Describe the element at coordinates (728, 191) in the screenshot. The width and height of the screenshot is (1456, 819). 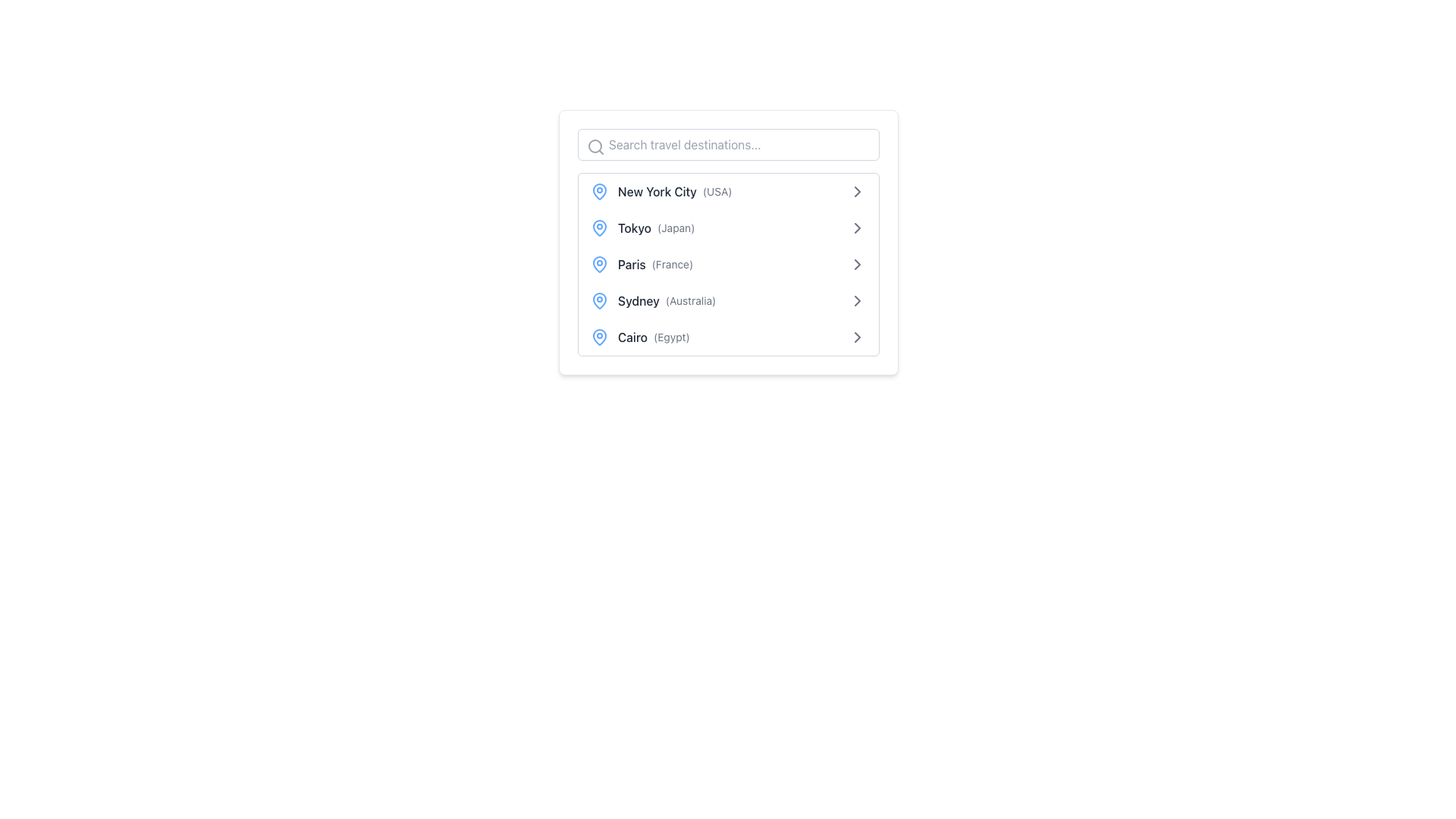
I see `the first list item representing New York City in the travel destination selection list` at that location.